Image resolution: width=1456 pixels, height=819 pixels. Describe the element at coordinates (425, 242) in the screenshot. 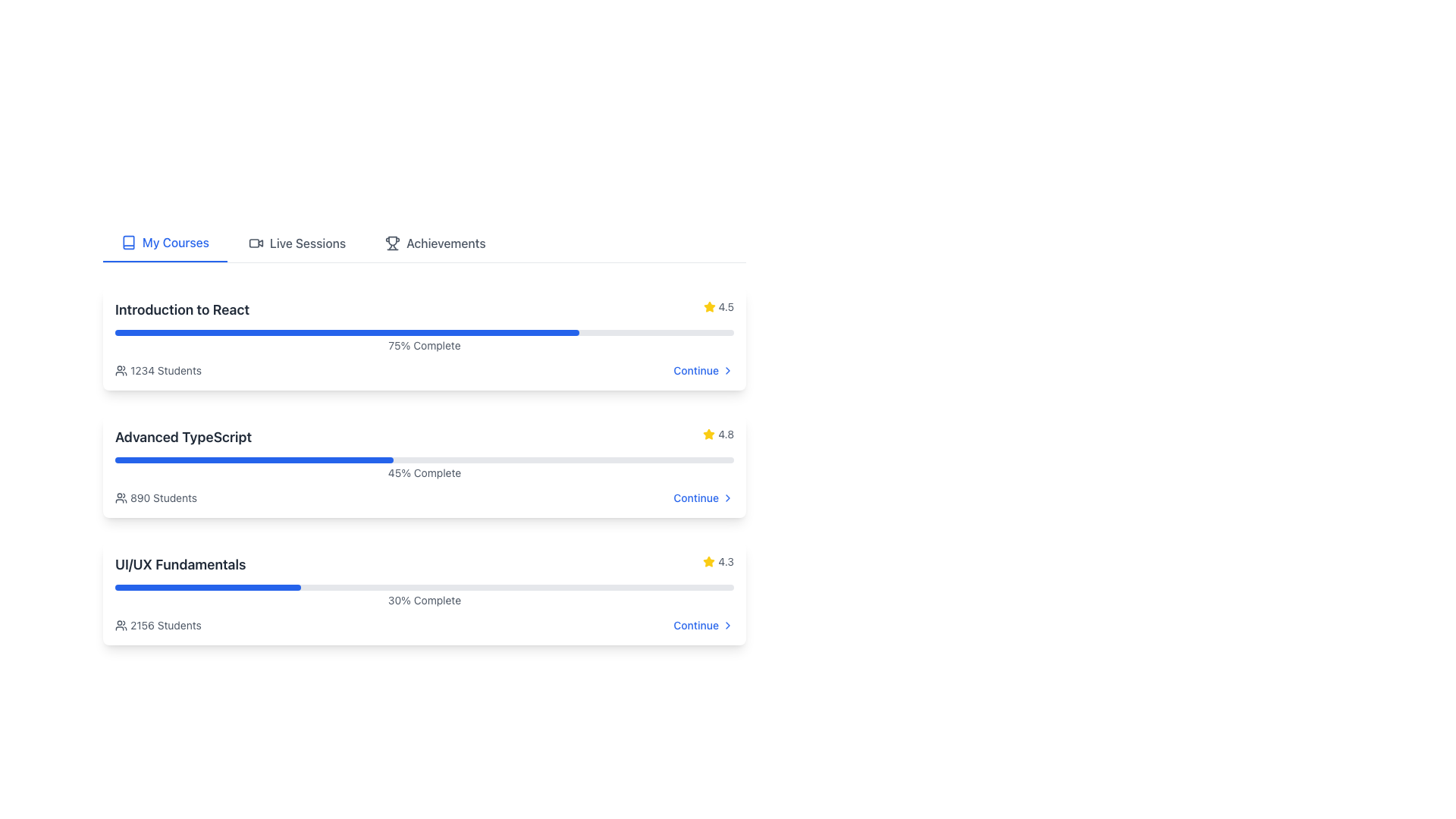

I see `the Interactive Tab for achievements, which is the third tab in the horizontal navigation menu, to change its color` at that location.